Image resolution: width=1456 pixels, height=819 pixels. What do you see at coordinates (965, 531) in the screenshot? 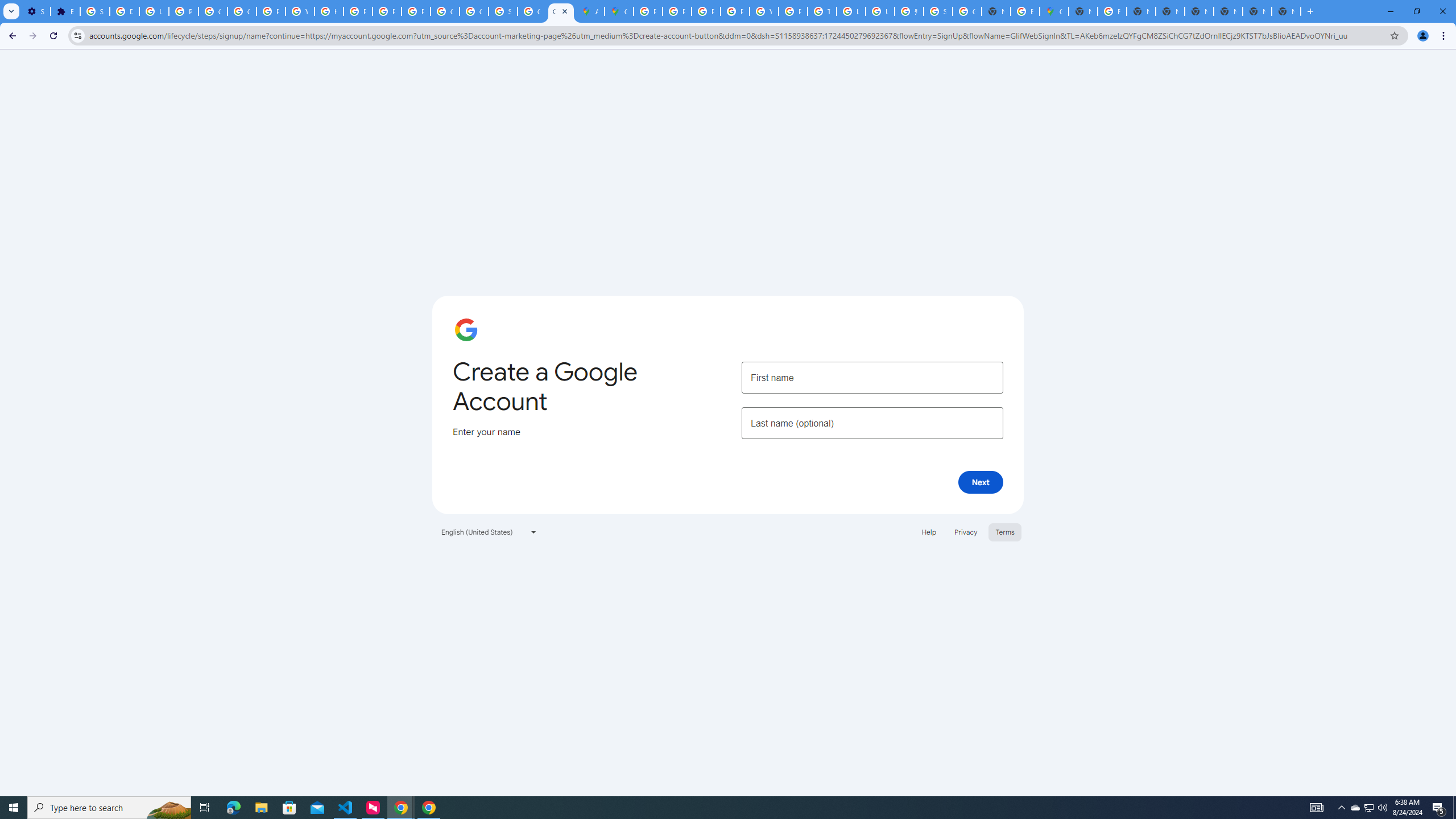
I see `'Privacy'` at bounding box center [965, 531].